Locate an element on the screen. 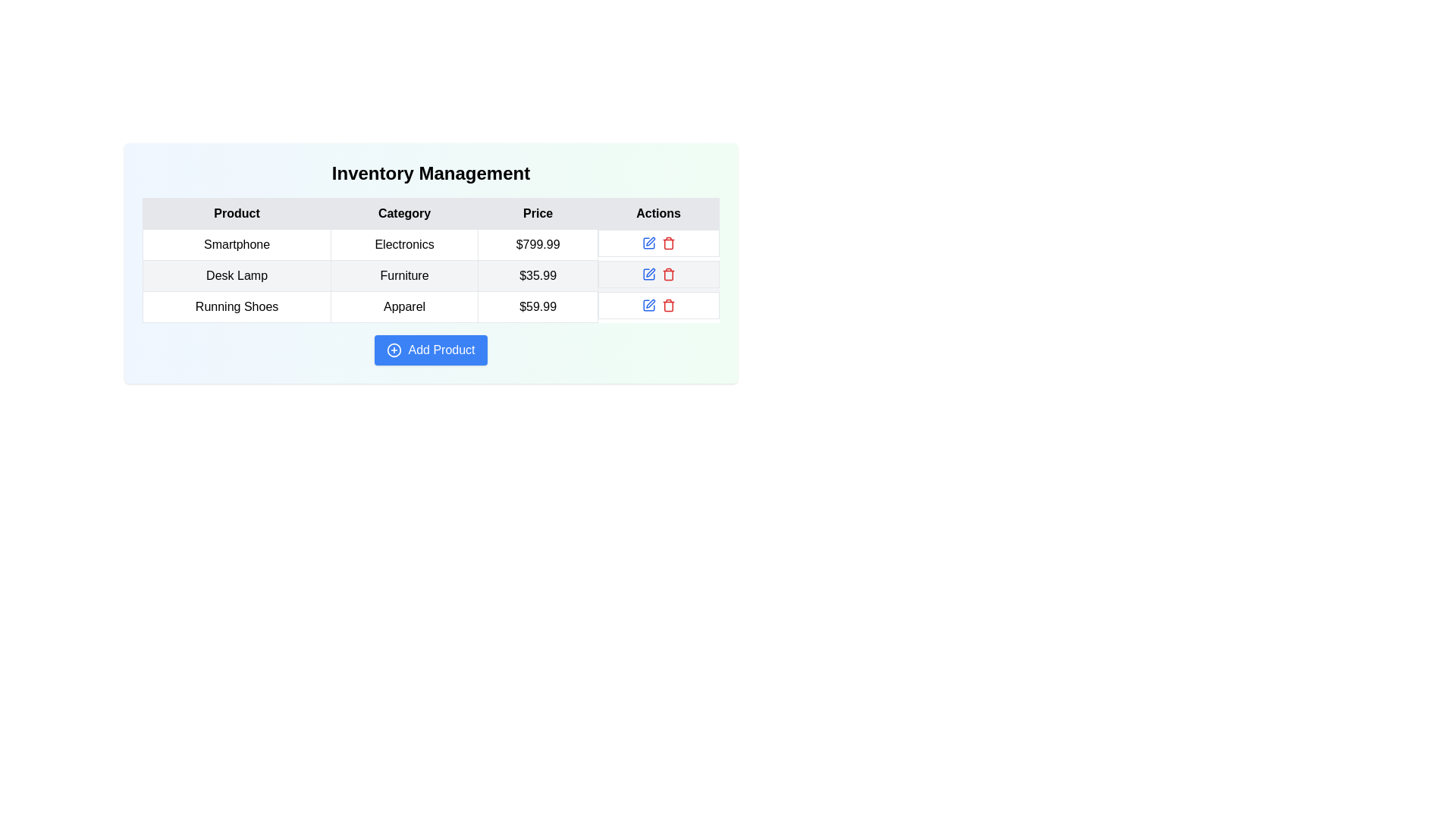  the 'Add Product' button, which has a blue background, white text, and rounded corners, located below the 'Inventory Management' table is located at coordinates (430, 350).